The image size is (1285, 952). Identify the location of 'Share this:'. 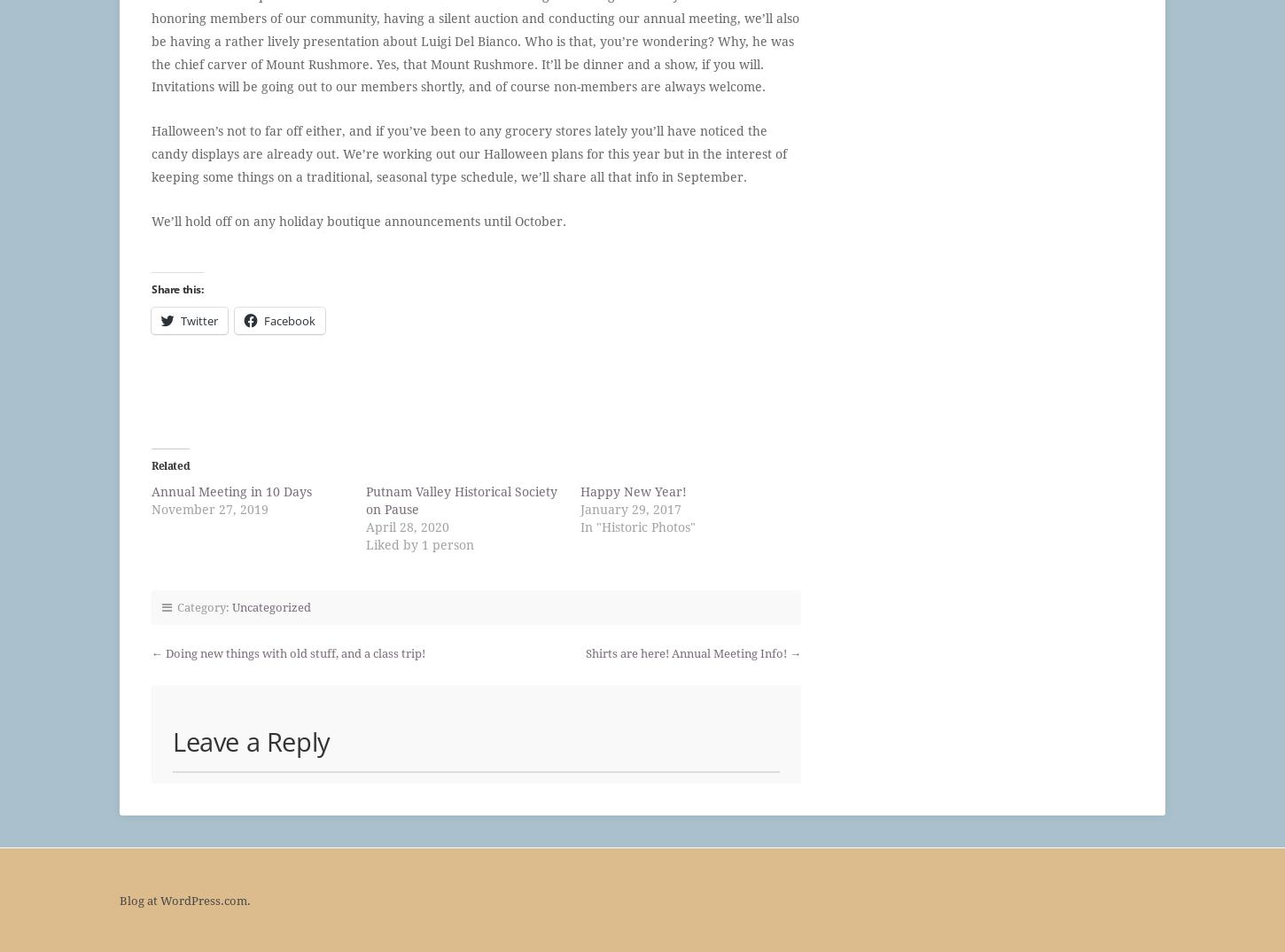
(175, 288).